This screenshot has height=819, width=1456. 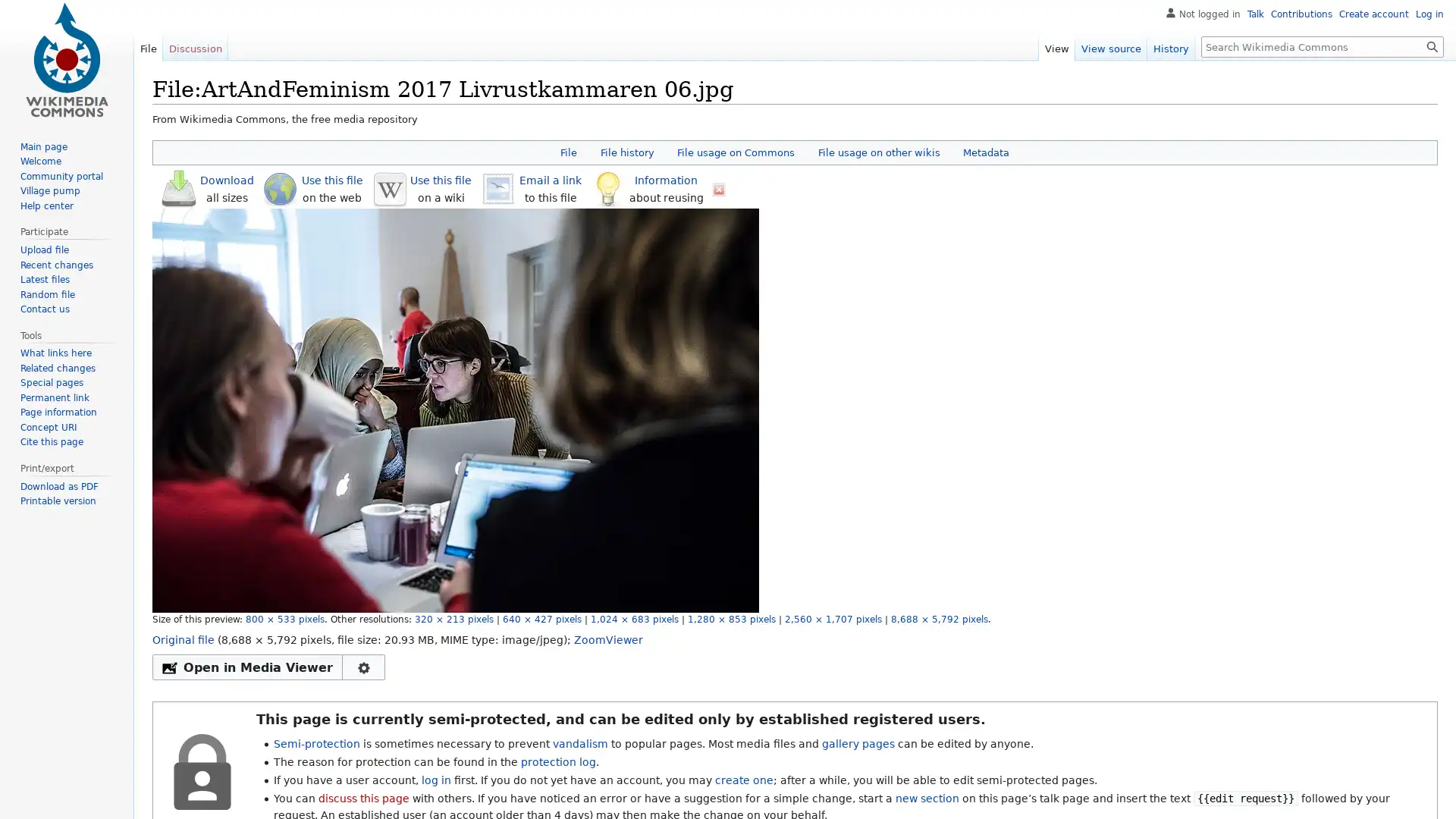 I want to click on Search, so click(x=1432, y=45).